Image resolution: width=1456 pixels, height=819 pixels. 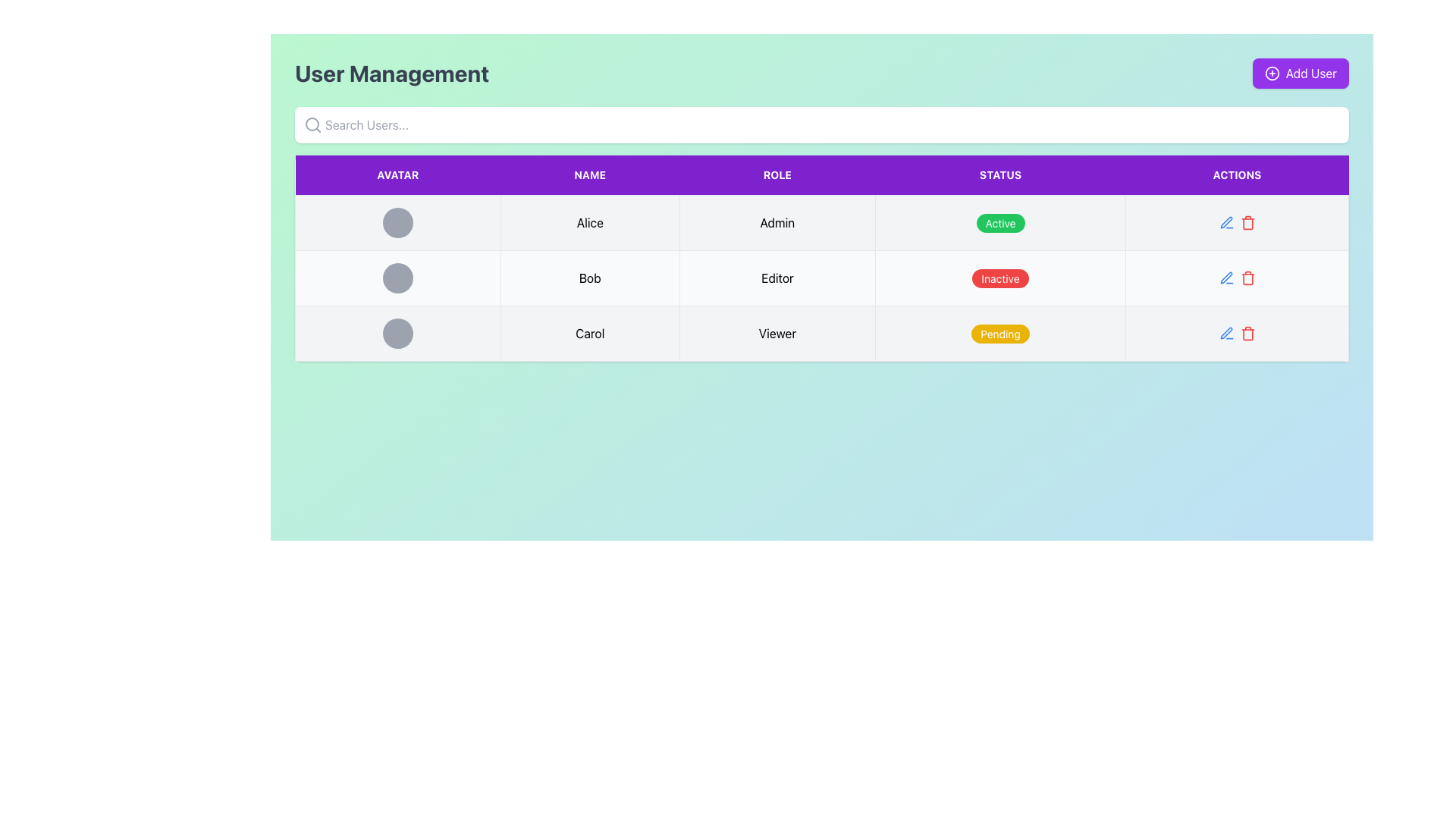 What do you see at coordinates (1237, 222) in the screenshot?
I see `the delete icon in the Interactive toolbar located under the 'Actions' column of the second row of the table, where 'Bob' is listed` at bounding box center [1237, 222].